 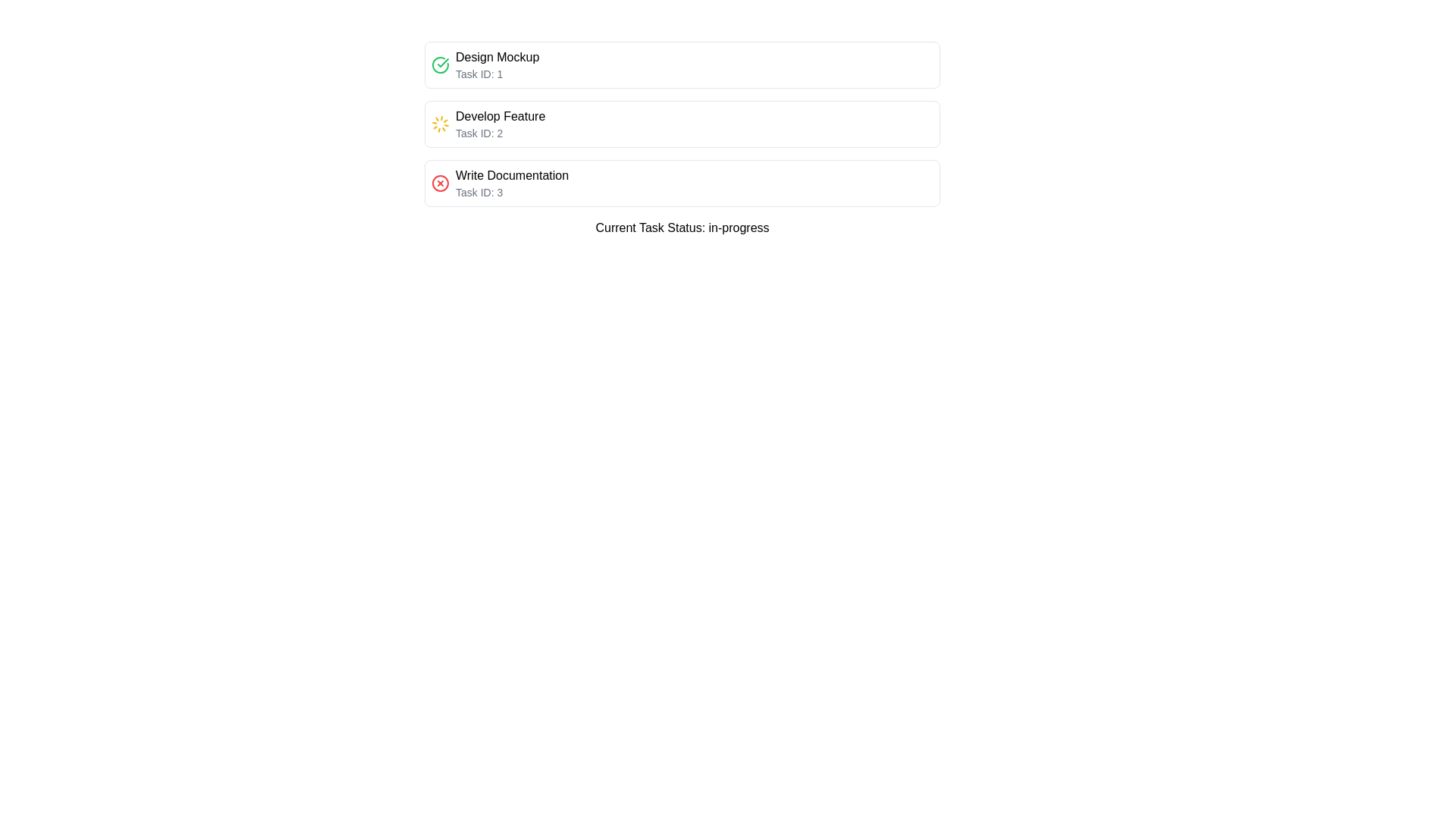 What do you see at coordinates (439, 124) in the screenshot?
I see `the Spinner or Loading Indicator, which is a yellow circular outline with radiating lines, located within the card containing 'Develop Feature' and 'Task ID: 2'` at bounding box center [439, 124].